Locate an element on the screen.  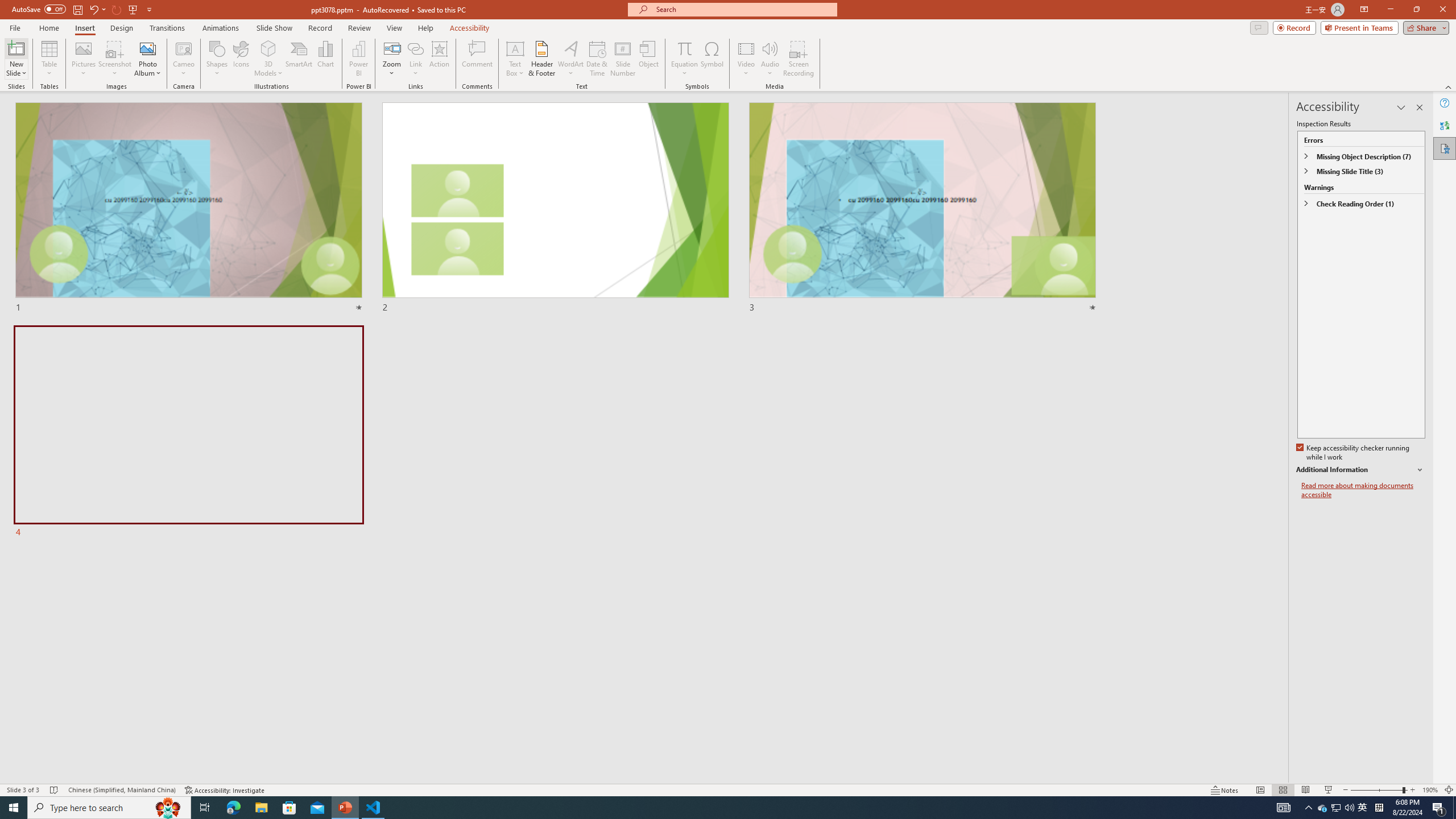
'New Photo Album...' is located at coordinates (147, 48).